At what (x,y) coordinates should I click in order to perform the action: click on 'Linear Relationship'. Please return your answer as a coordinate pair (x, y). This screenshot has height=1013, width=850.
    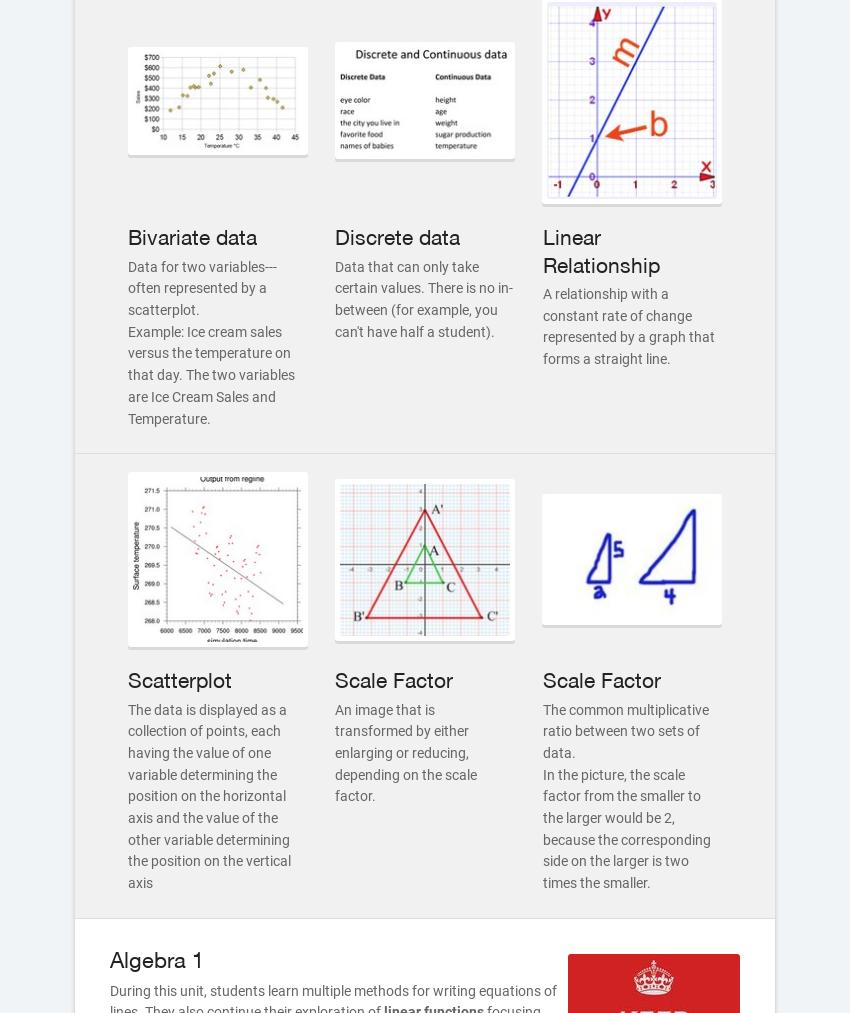
    Looking at the image, I should click on (599, 250).